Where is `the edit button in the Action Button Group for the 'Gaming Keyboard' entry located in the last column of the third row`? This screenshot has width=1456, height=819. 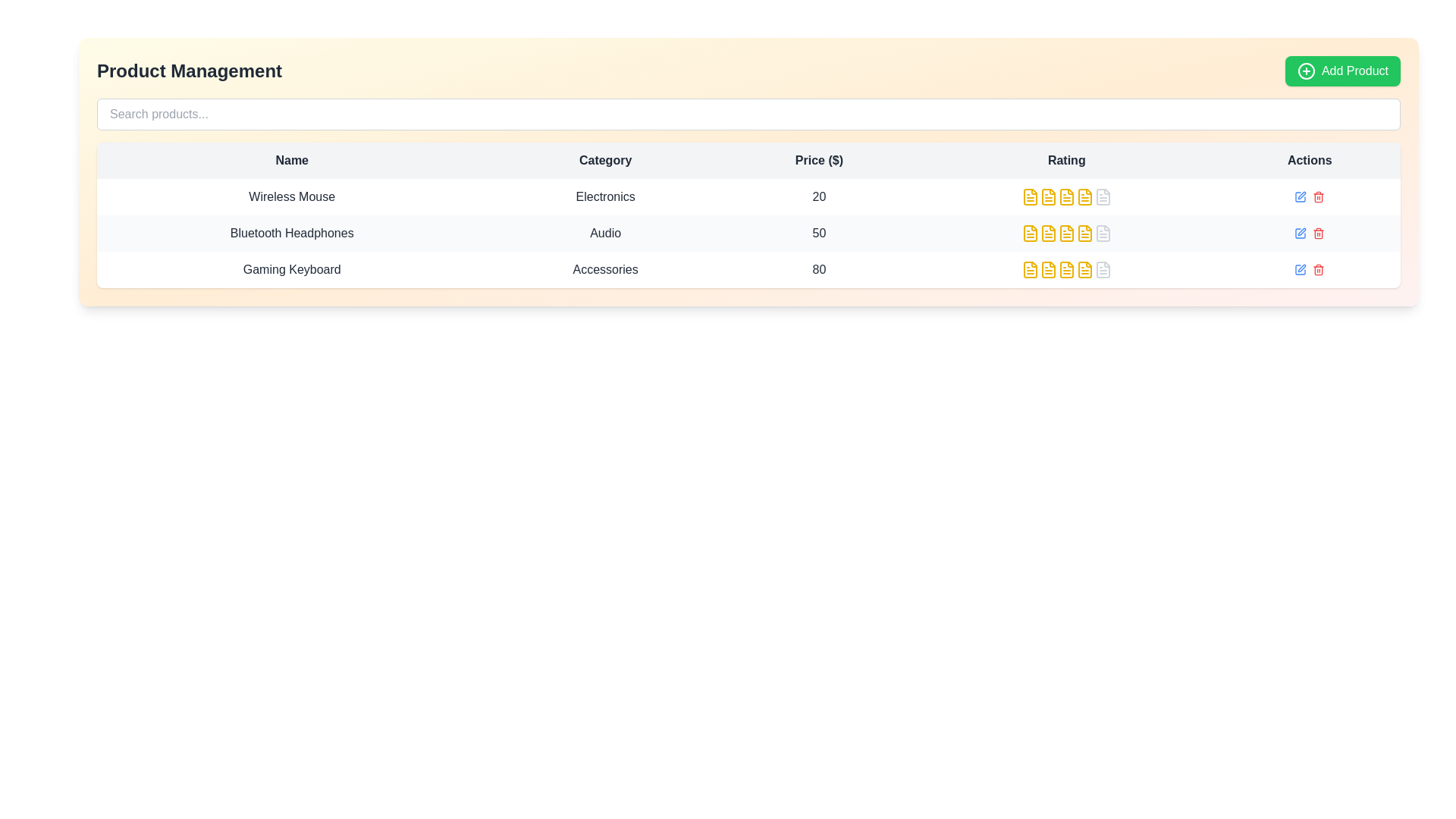
the edit button in the Action Button Group for the 'Gaming Keyboard' entry located in the last column of the third row is located at coordinates (1309, 268).